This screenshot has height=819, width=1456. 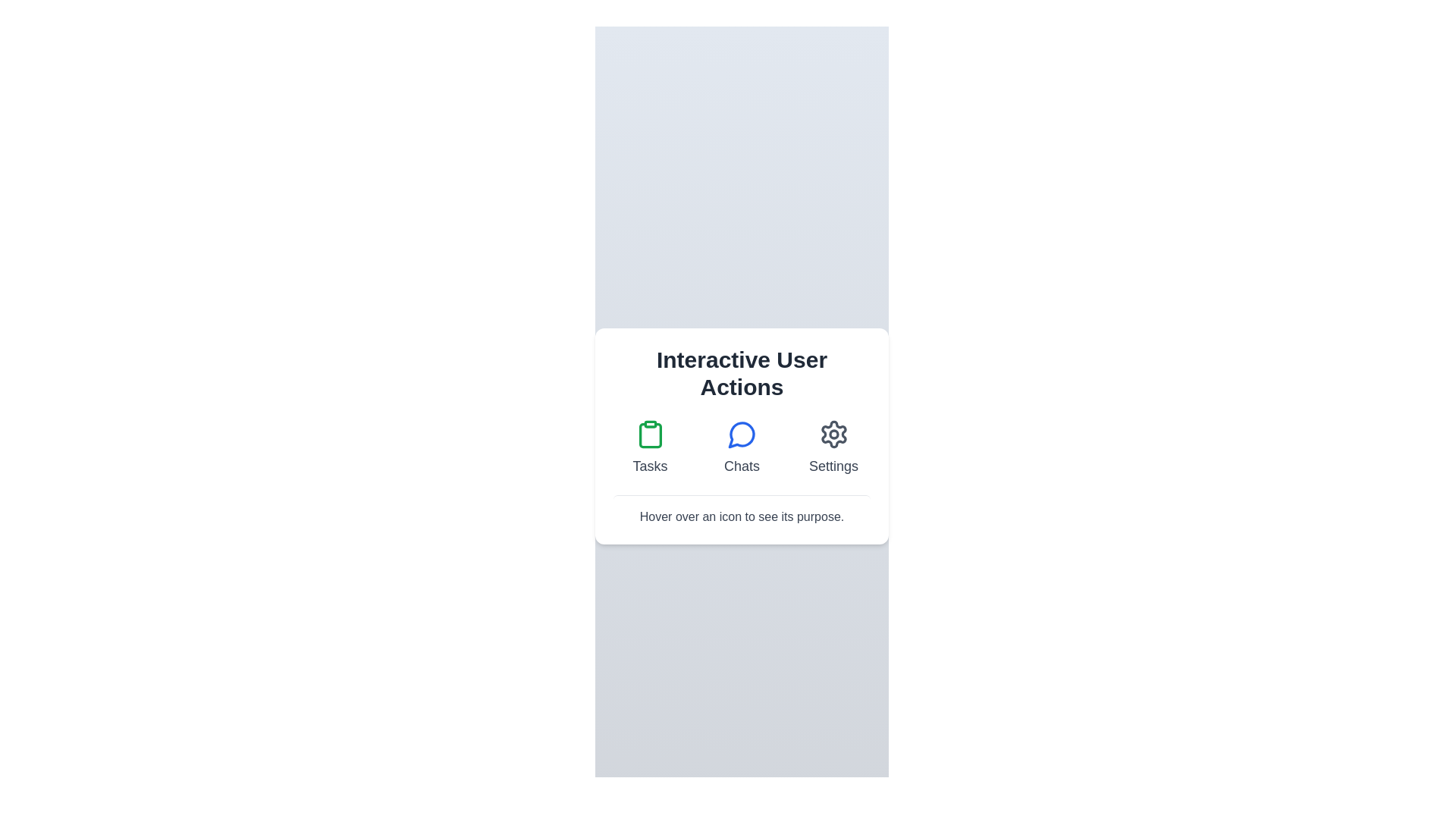 I want to click on the cog-shaped icon in dark gray located in the 'Interactive User Actions' section, so click(x=833, y=434).